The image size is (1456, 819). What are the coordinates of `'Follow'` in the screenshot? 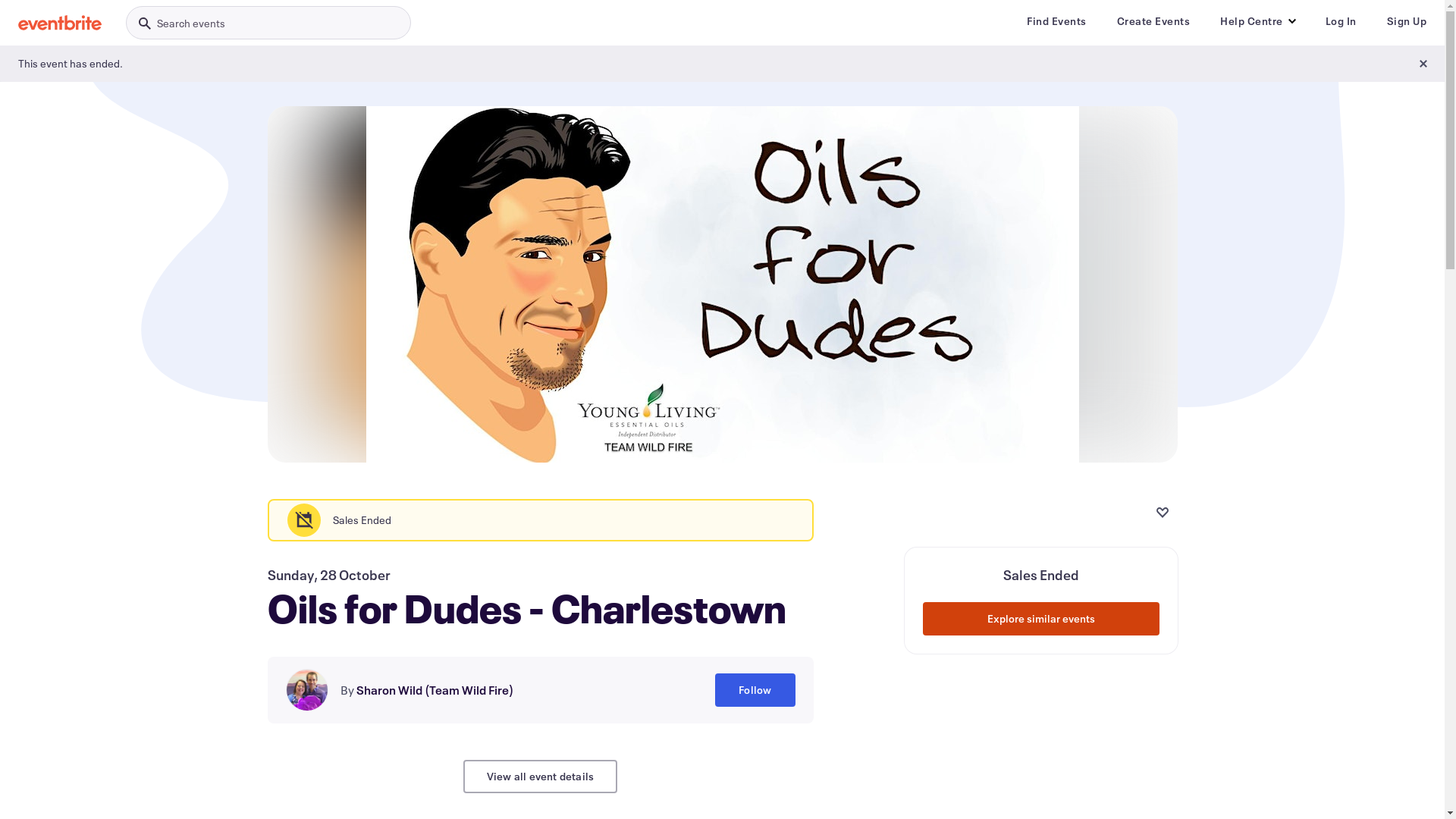 It's located at (755, 690).